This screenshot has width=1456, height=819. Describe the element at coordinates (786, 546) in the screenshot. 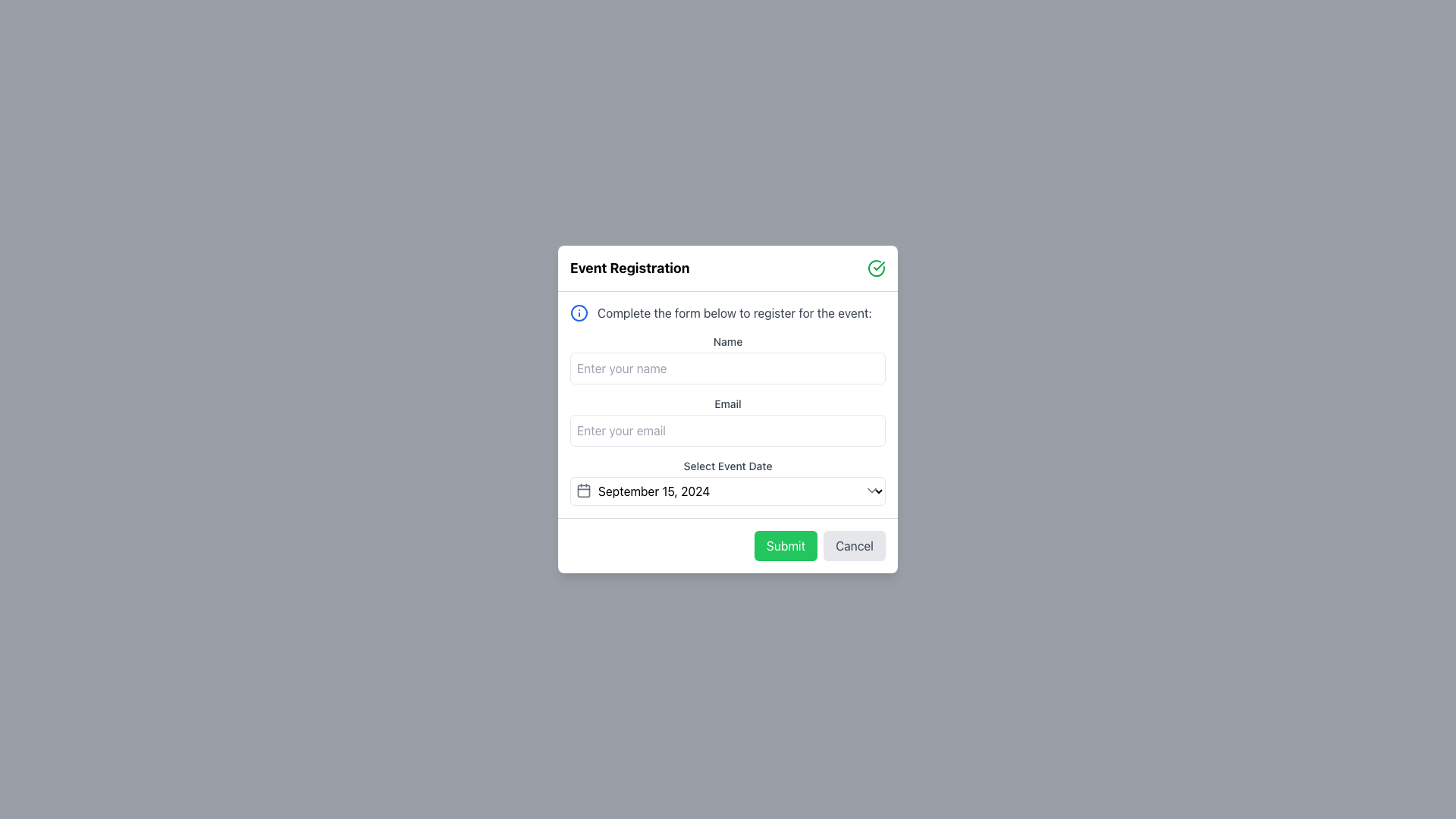

I see `the green rectangular 'Submit' button with rounded corners` at that location.